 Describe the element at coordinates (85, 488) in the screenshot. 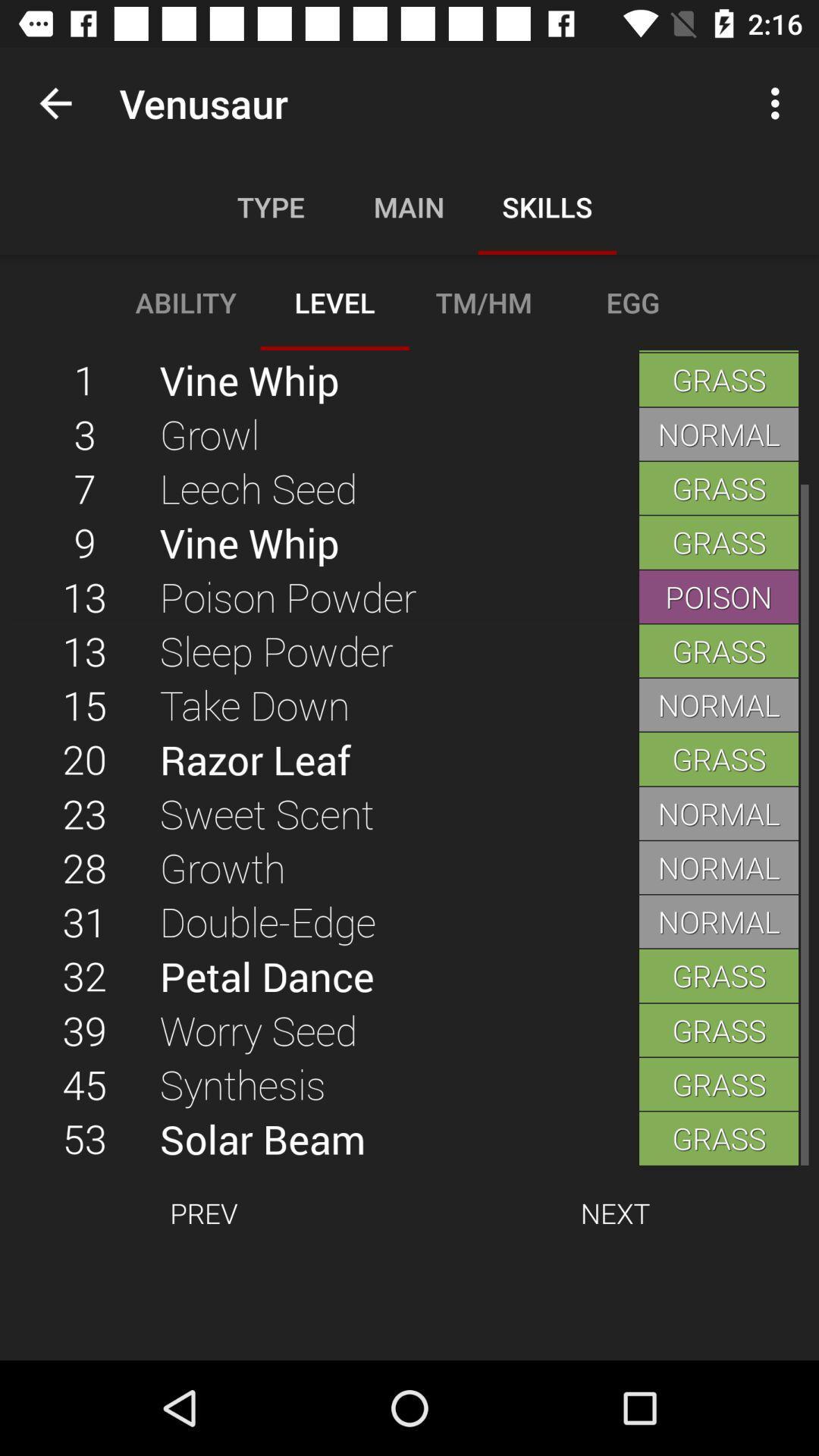

I see `icon to the left of the growl item` at that location.